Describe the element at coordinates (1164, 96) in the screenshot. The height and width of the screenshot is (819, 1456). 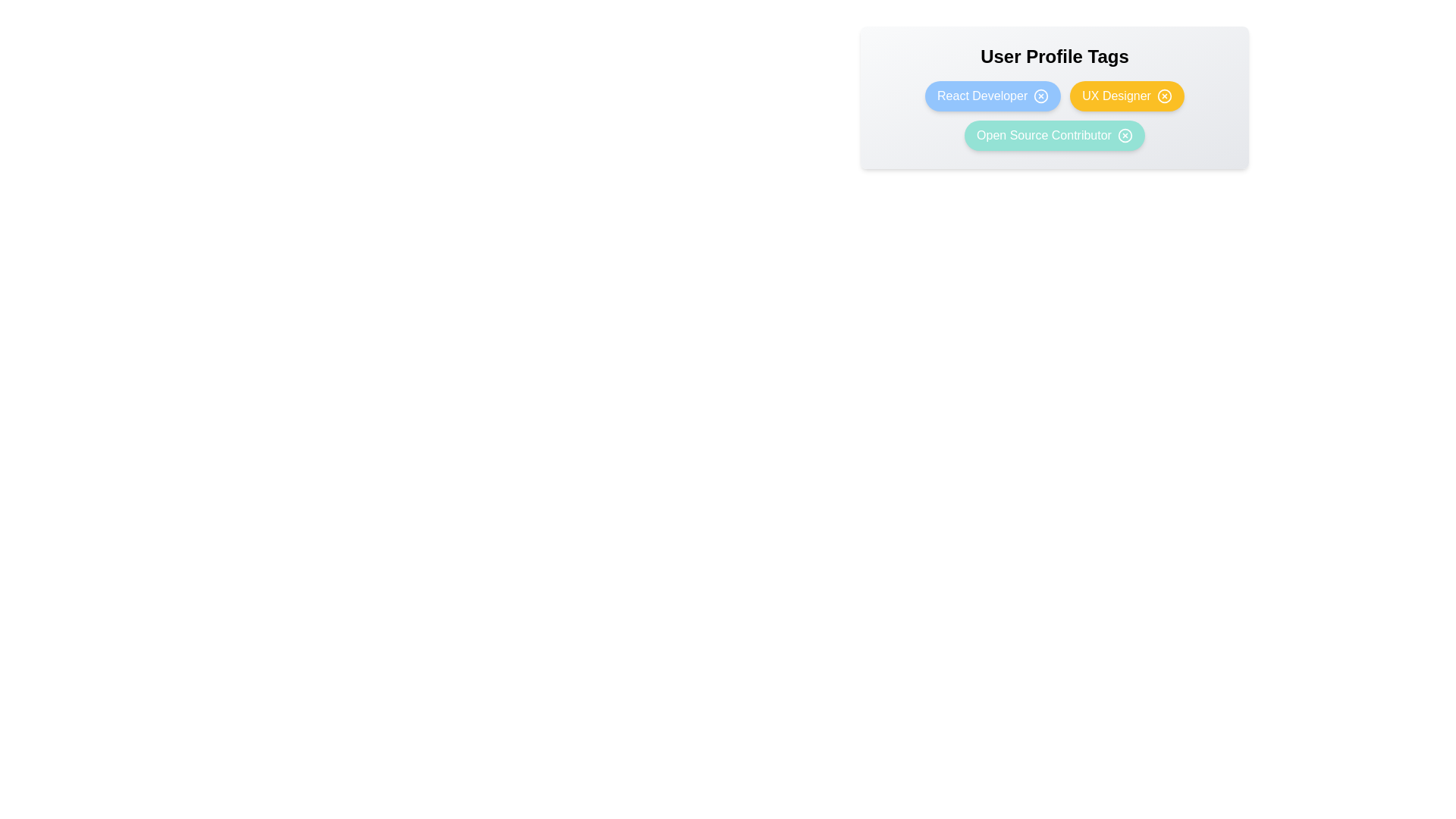
I see `'X' button next to the tag UX Designer to remove it` at that location.